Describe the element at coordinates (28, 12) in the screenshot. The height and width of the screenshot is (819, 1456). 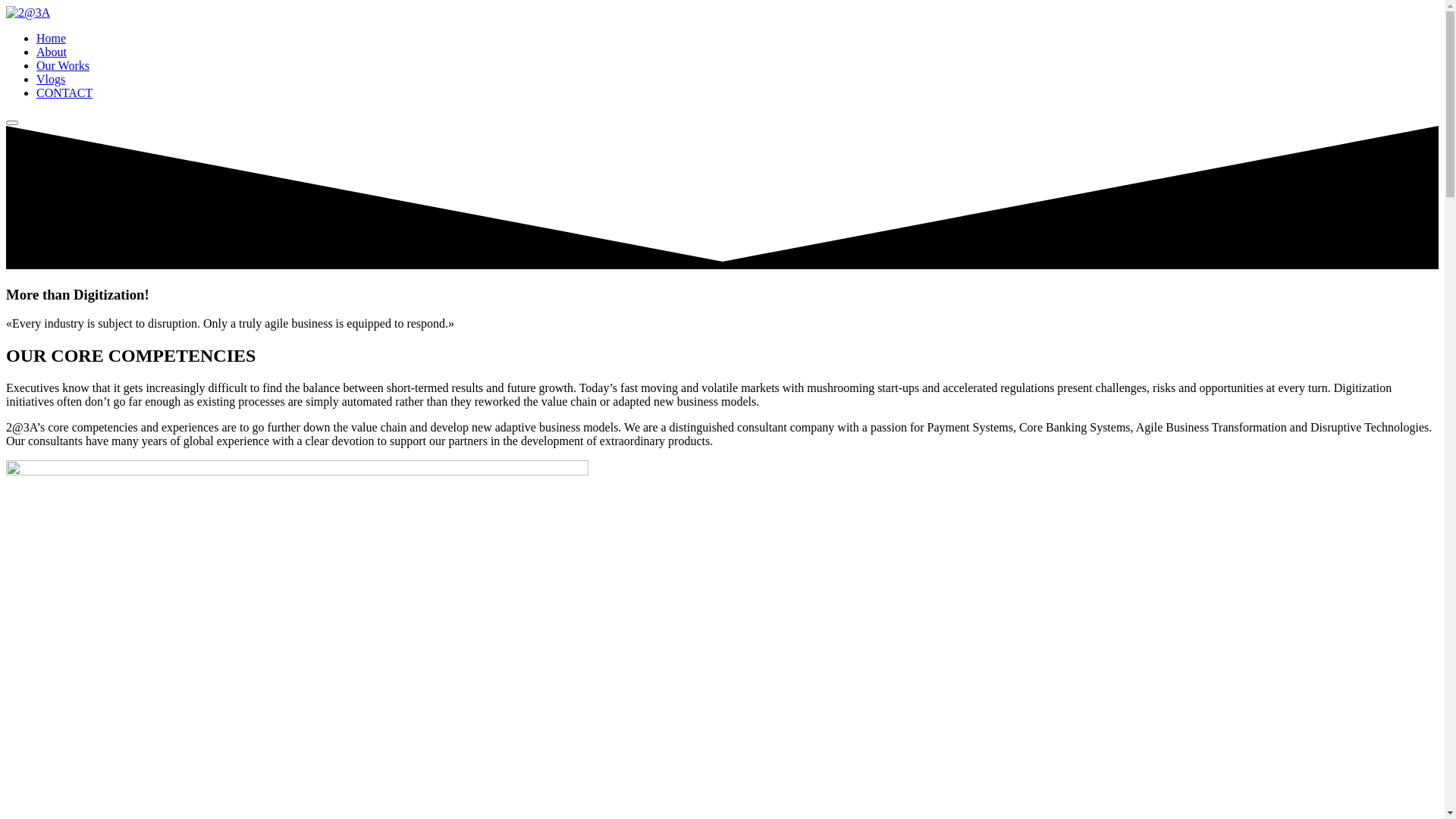
I see `'2@3A'` at that location.